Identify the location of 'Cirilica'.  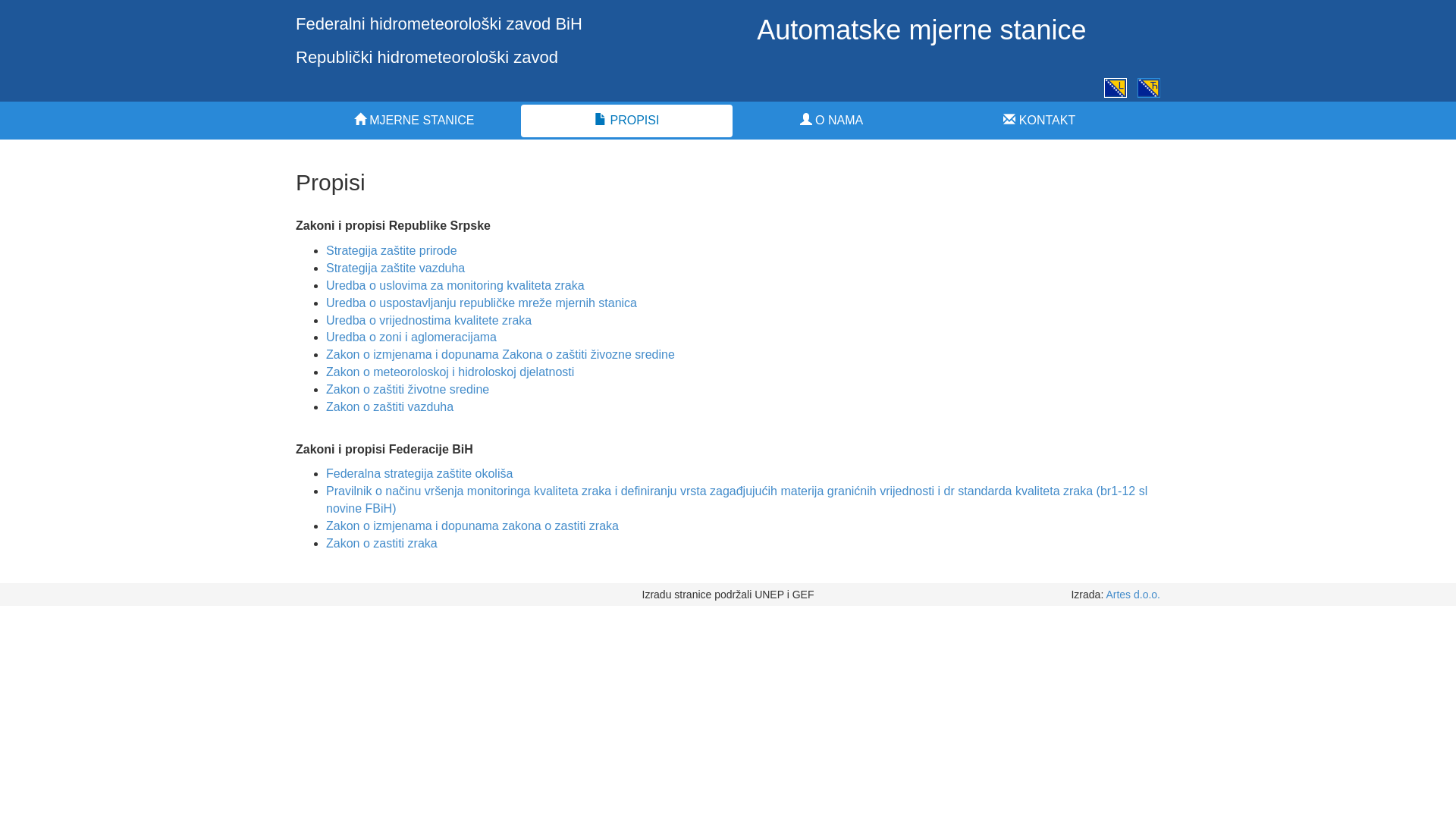
(1149, 87).